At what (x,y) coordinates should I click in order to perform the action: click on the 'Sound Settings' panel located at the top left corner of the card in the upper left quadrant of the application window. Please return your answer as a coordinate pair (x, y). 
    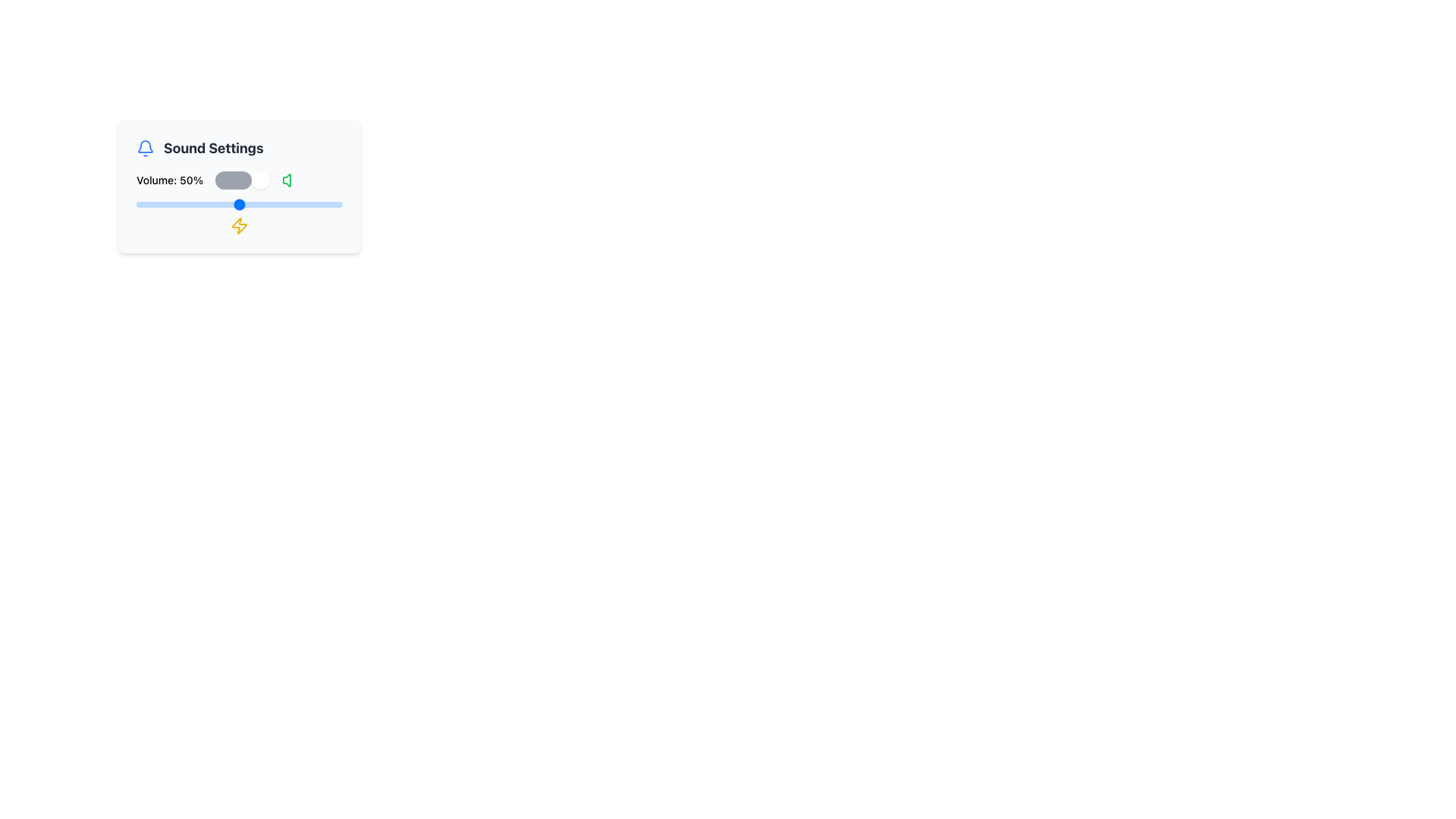
    Looking at the image, I should click on (239, 186).